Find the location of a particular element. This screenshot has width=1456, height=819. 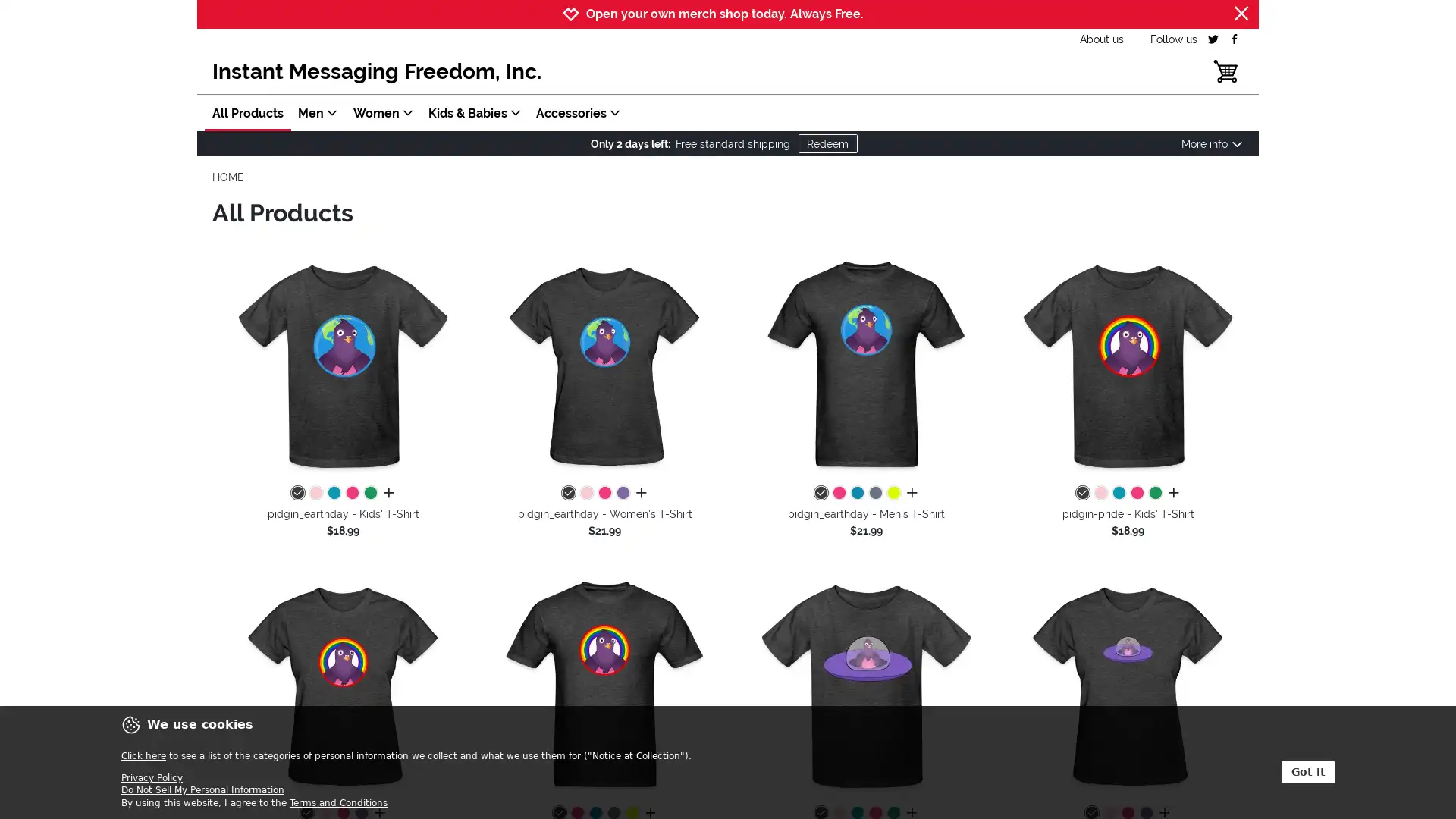

Redeem is located at coordinates (826, 143).